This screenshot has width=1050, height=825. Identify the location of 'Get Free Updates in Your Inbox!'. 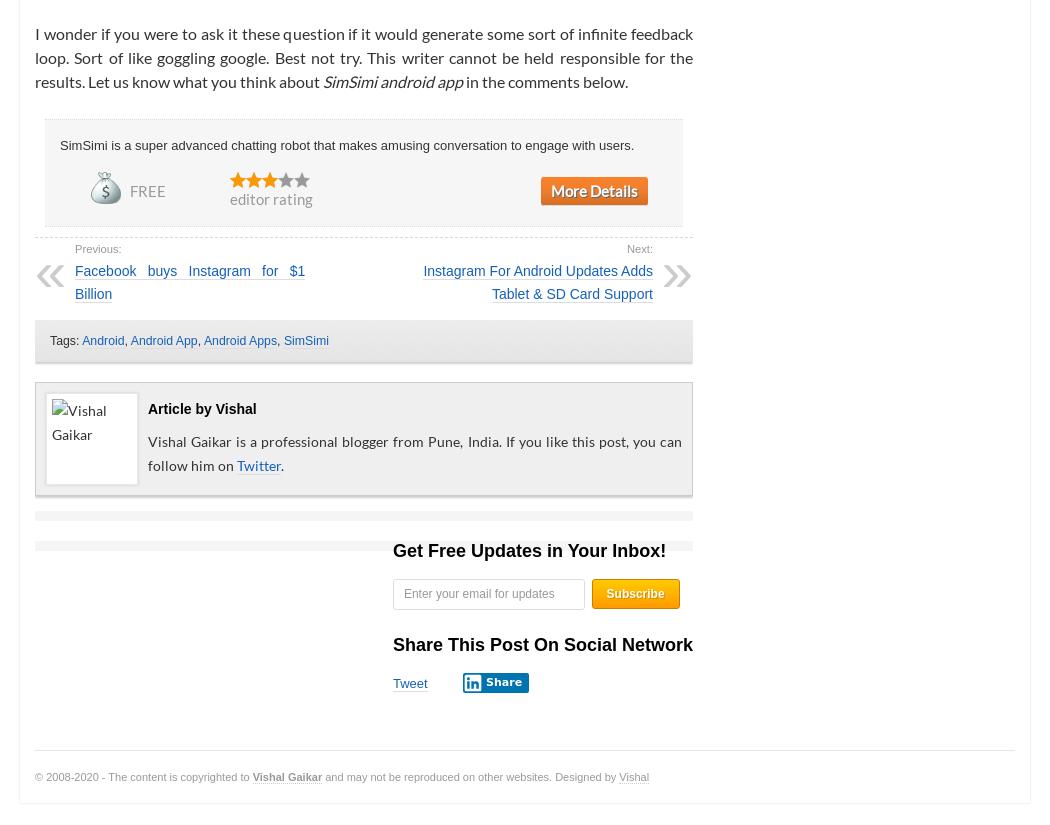
(528, 550).